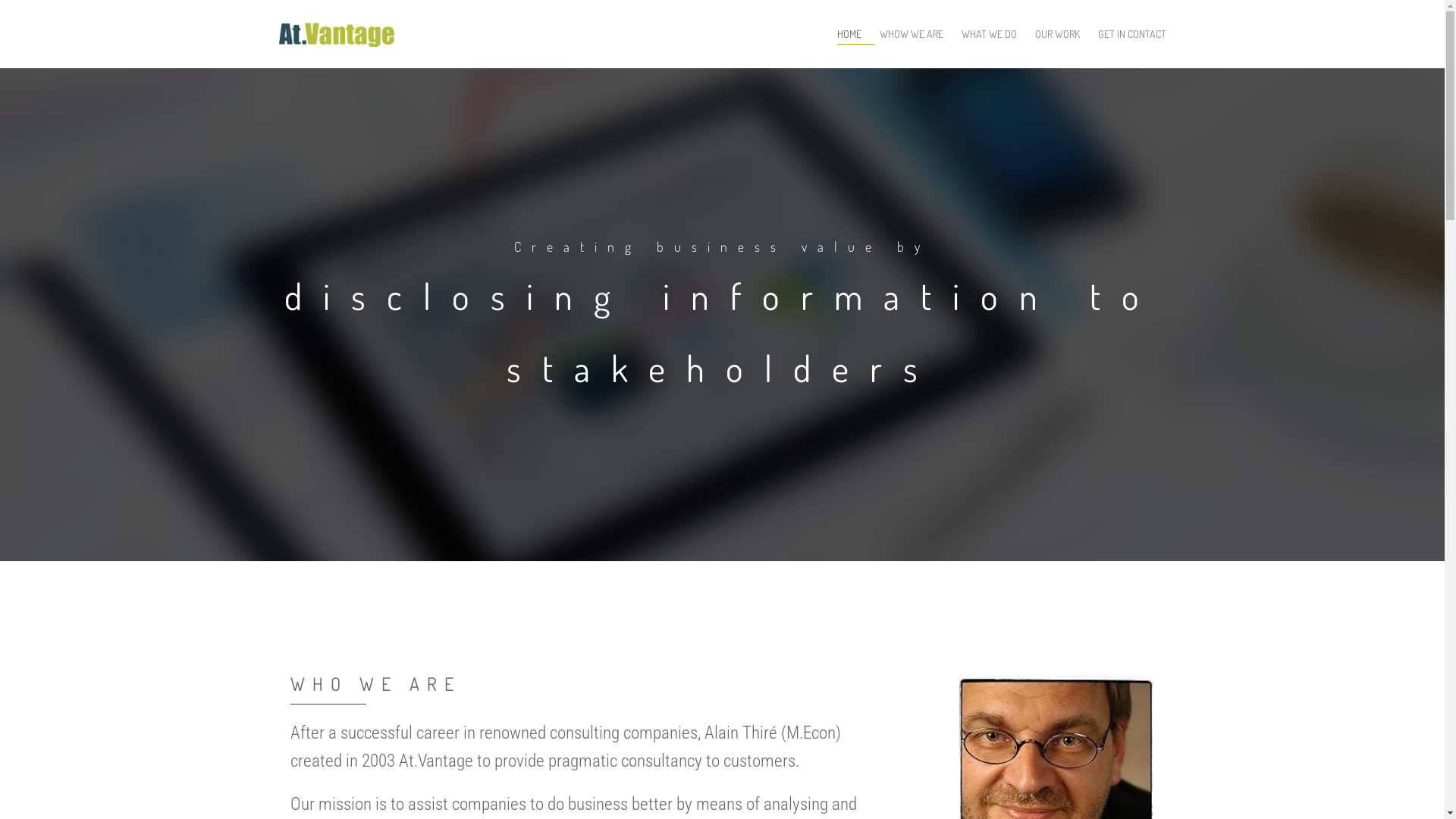 Image resolution: width=1456 pixels, height=819 pixels. What do you see at coordinates (1131, 34) in the screenshot?
I see `'GET IN CONTACT'` at bounding box center [1131, 34].